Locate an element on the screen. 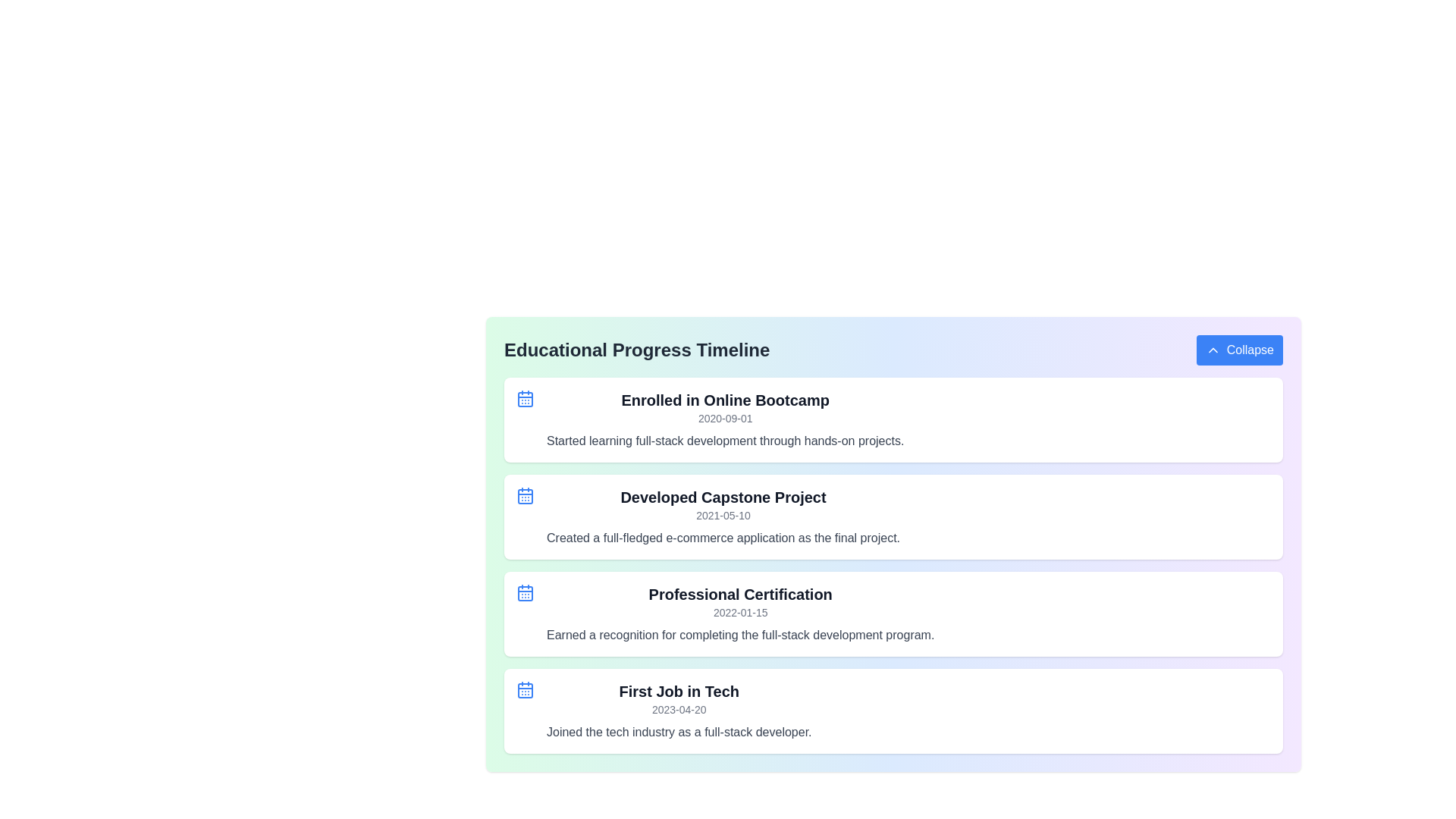 Image resolution: width=1456 pixels, height=819 pixels. title of the timeline entry that is the second item from the top, positioned below 'Enrolled in Online Bootcamp' and above 'Professional Certification' is located at coordinates (723, 516).